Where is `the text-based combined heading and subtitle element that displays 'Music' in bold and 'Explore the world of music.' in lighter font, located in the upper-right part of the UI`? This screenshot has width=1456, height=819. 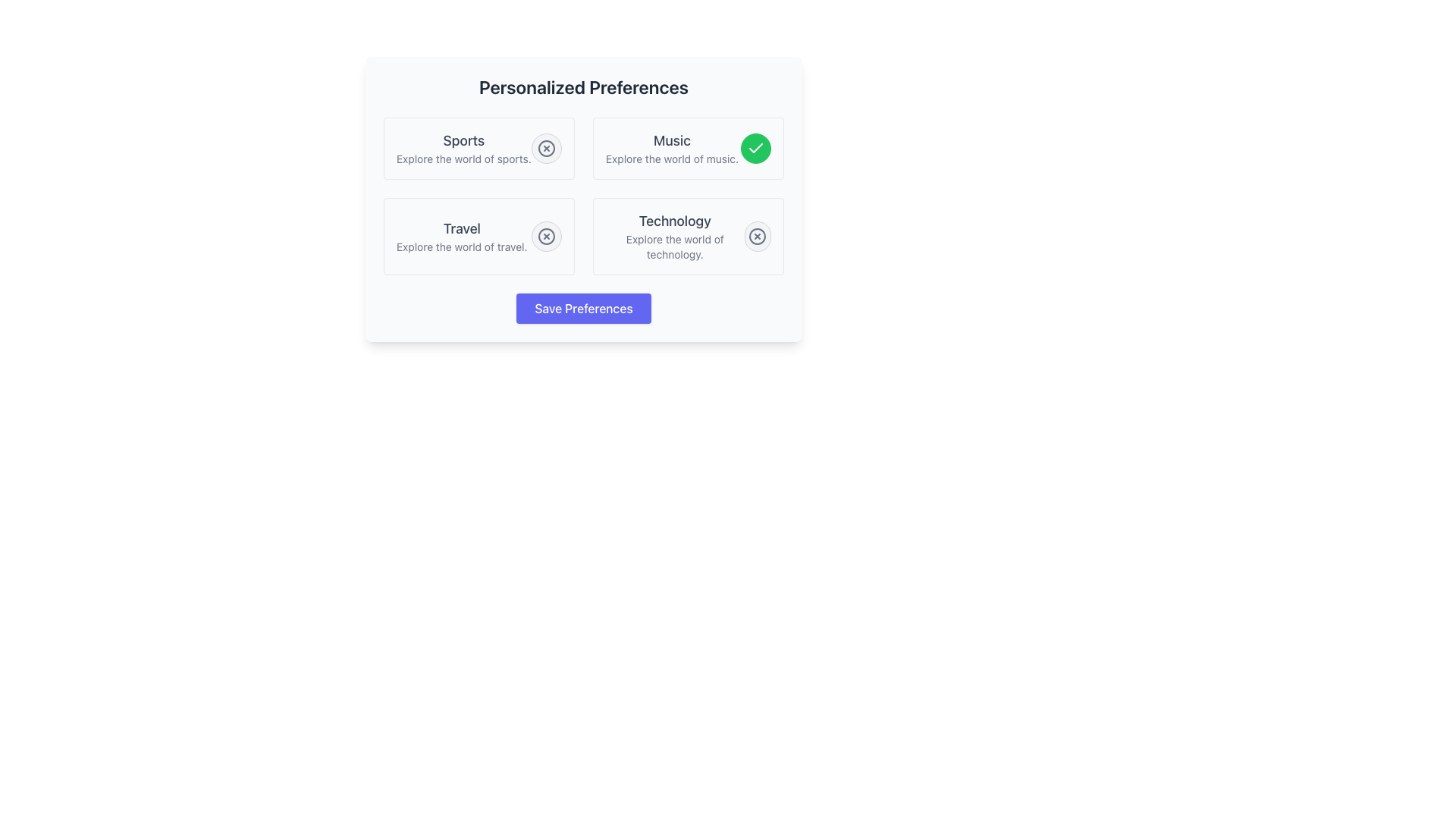
the text-based combined heading and subtitle element that displays 'Music' in bold and 'Explore the world of music.' in lighter font, located in the upper-right part of the UI is located at coordinates (671, 149).